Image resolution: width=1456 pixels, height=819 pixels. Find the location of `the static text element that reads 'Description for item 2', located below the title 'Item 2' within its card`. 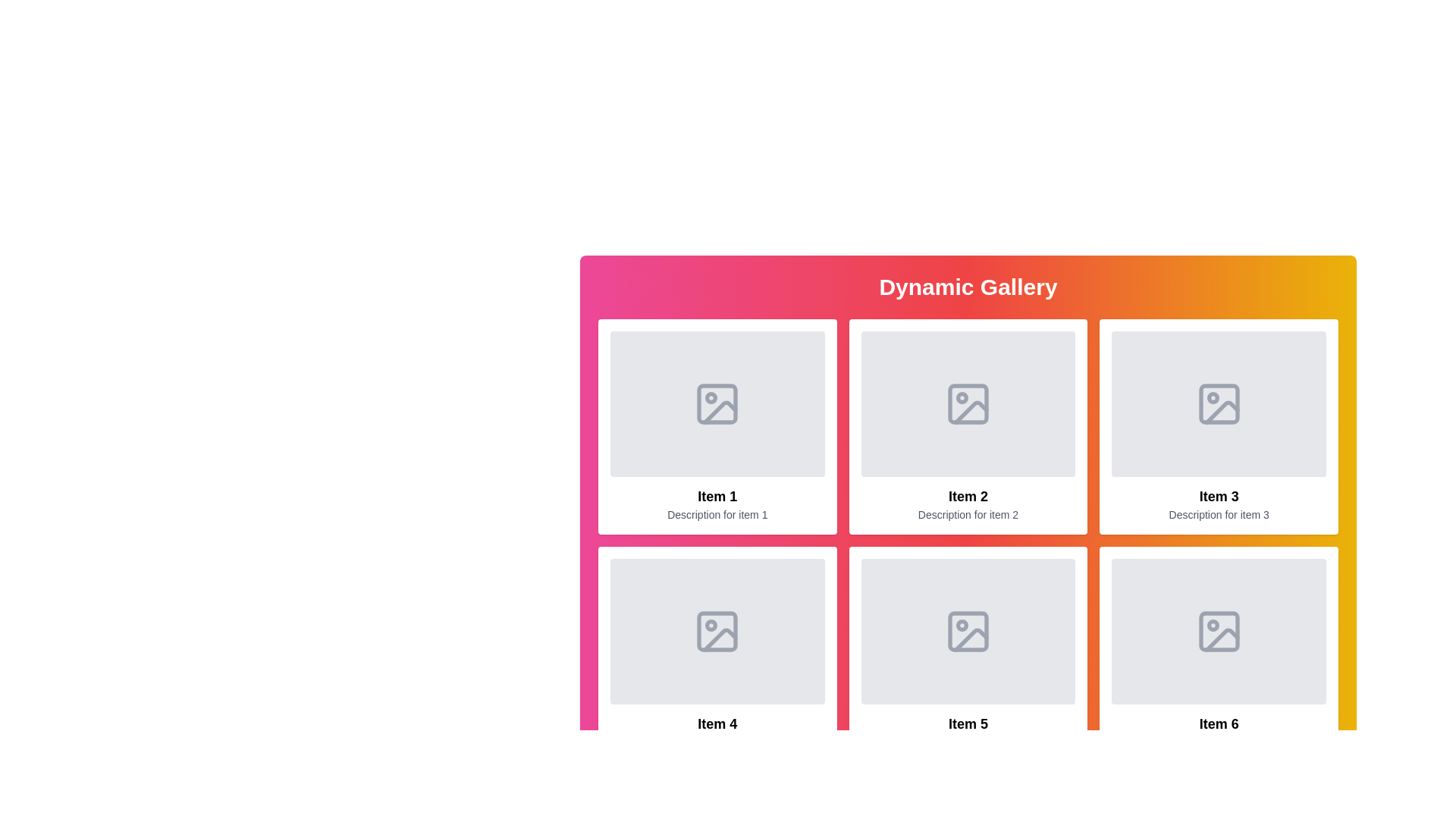

the static text element that reads 'Description for item 2', located below the title 'Item 2' within its card is located at coordinates (967, 513).